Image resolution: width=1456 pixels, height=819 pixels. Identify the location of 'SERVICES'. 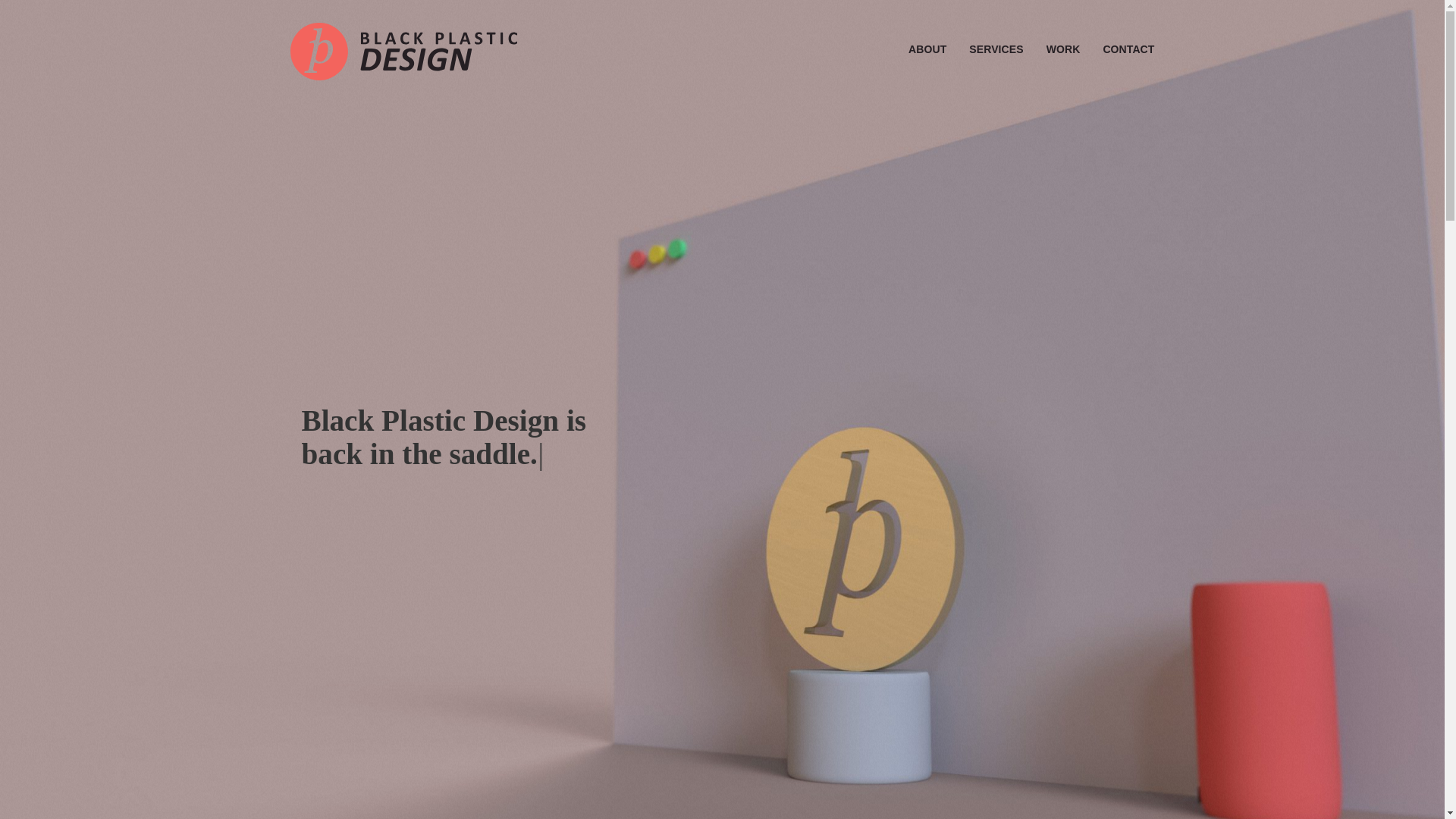
(996, 49).